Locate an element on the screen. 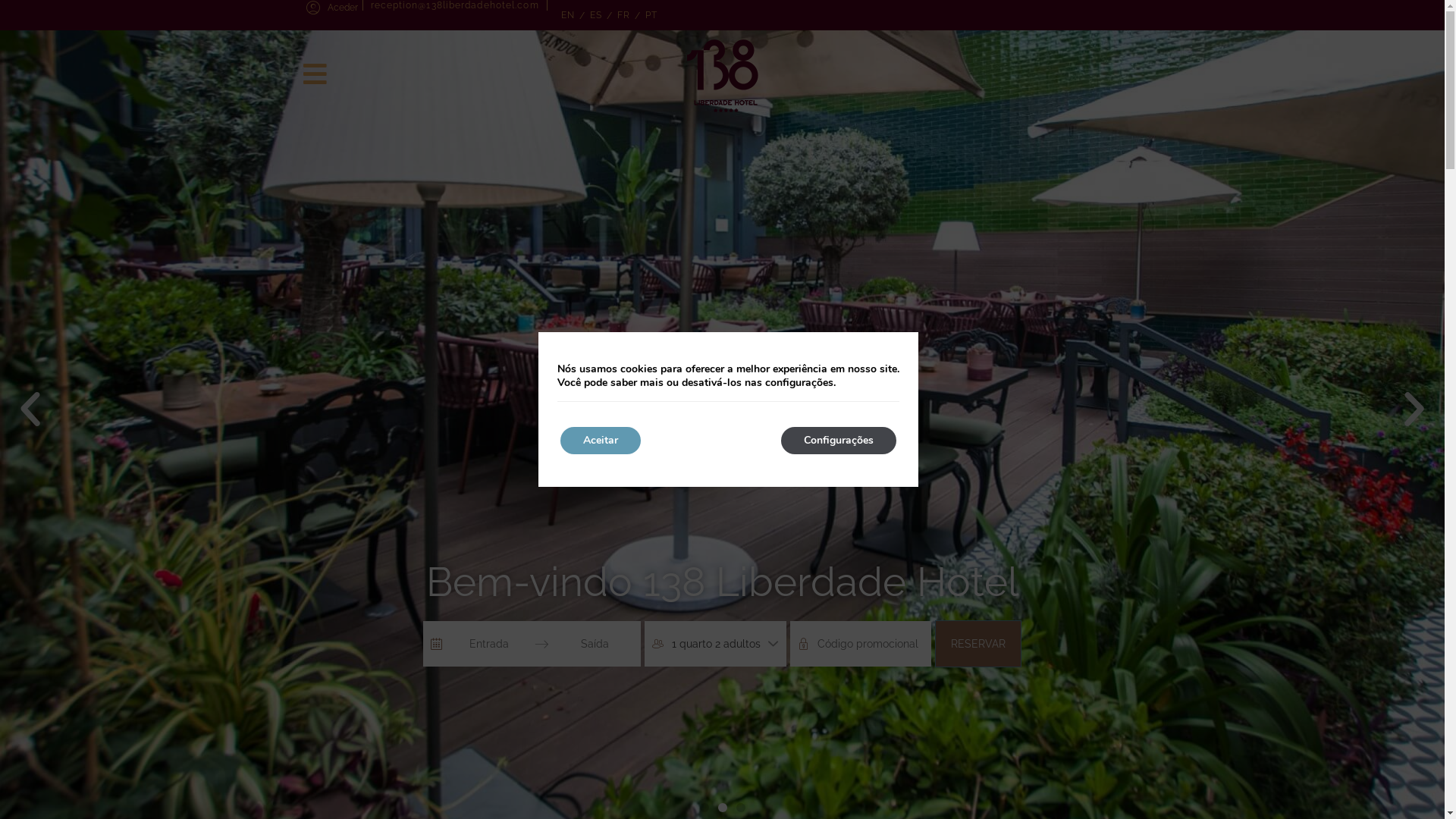  'EN' is located at coordinates (552, 14).